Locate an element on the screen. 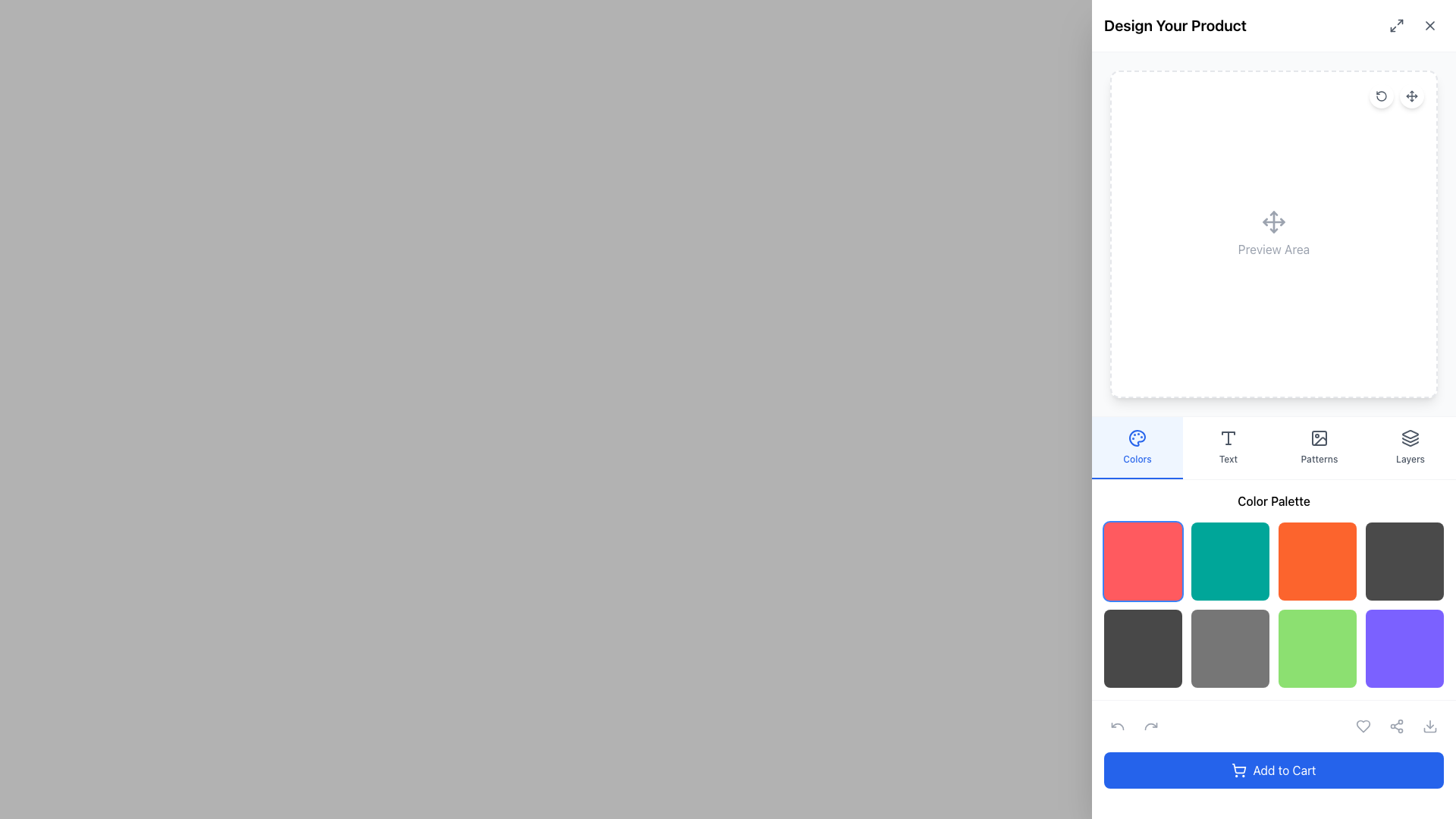 The height and width of the screenshot is (819, 1456). the share button, which is the second icon in a horizontal cluster located in the bottom bar of the interface, positioned between a heart icon and a download icon is located at coordinates (1396, 725).